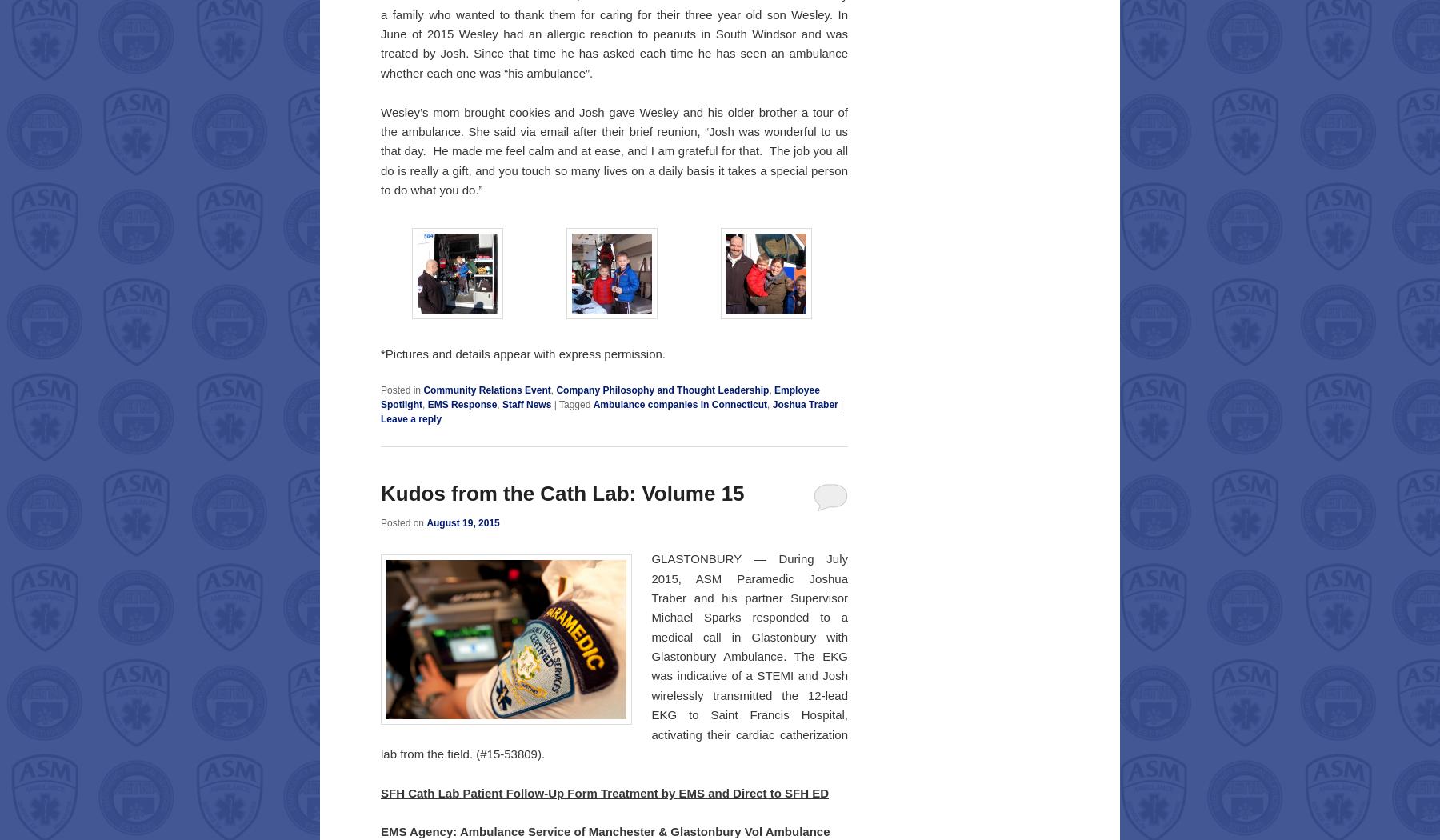  What do you see at coordinates (804, 403) in the screenshot?
I see `'Joshua Traber'` at bounding box center [804, 403].